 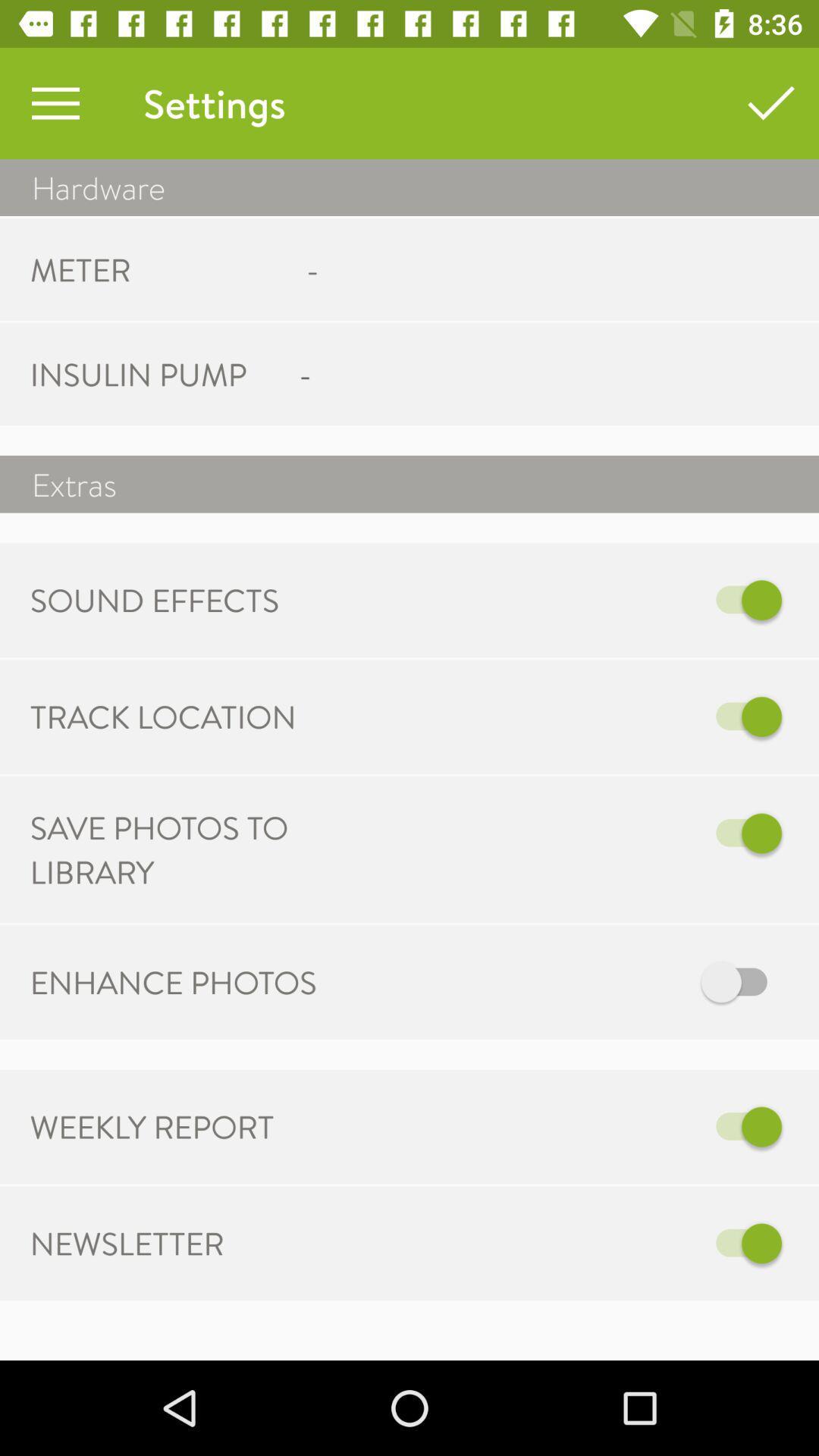 What do you see at coordinates (566, 982) in the screenshot?
I see `the icon to the right of enhance photos item` at bounding box center [566, 982].